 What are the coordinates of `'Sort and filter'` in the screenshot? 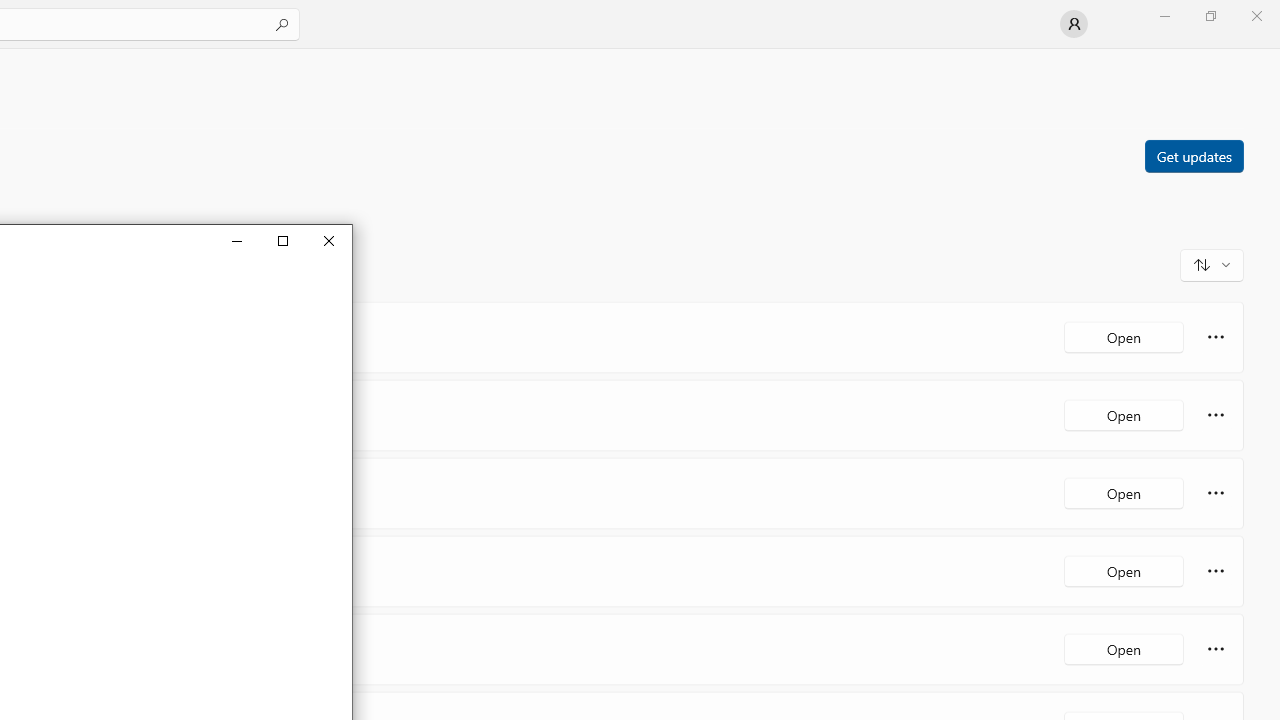 It's located at (1211, 263).